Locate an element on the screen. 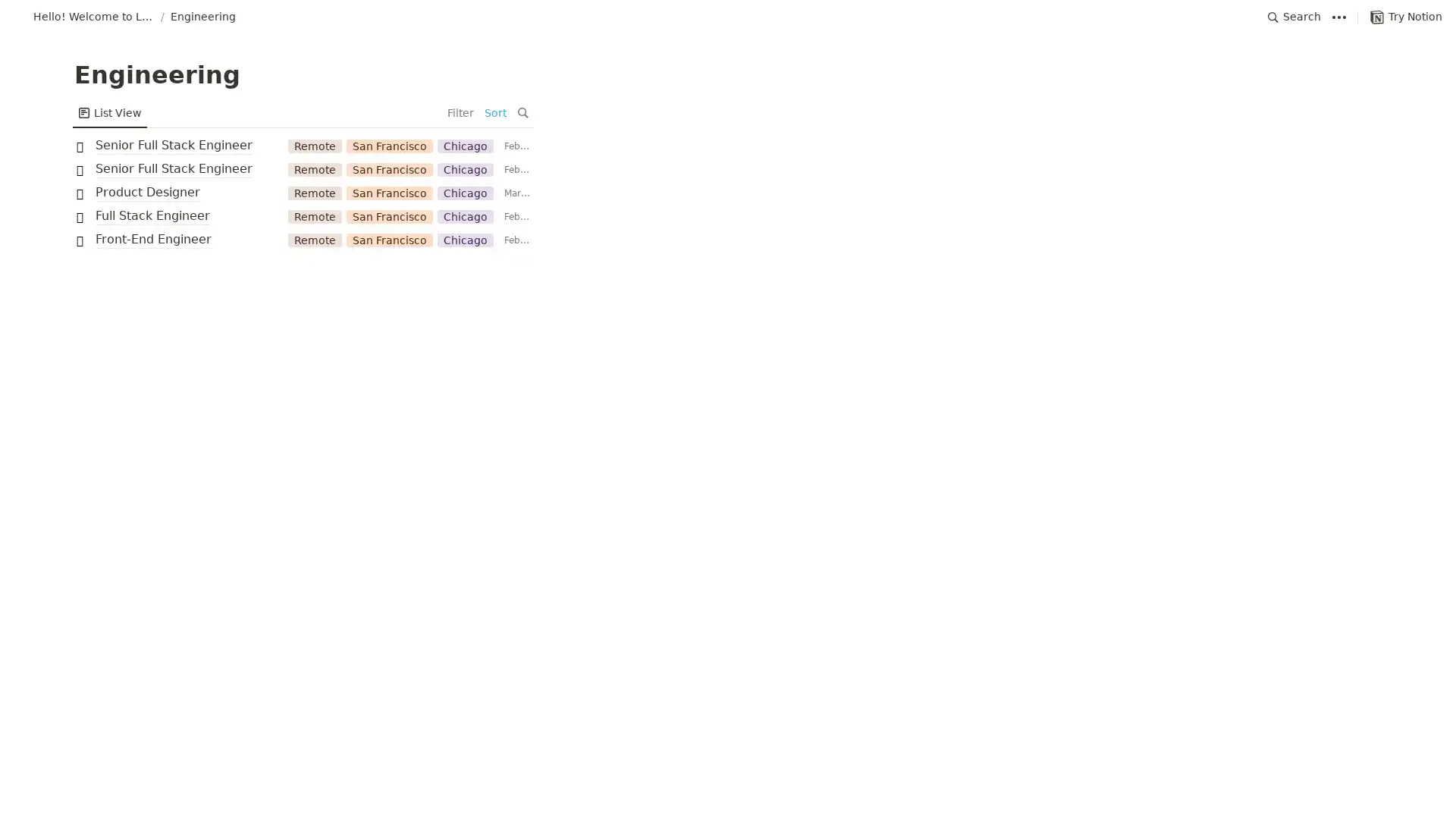 This screenshot has height=819, width=1456. Try Notion is located at coordinates (1405, 17).